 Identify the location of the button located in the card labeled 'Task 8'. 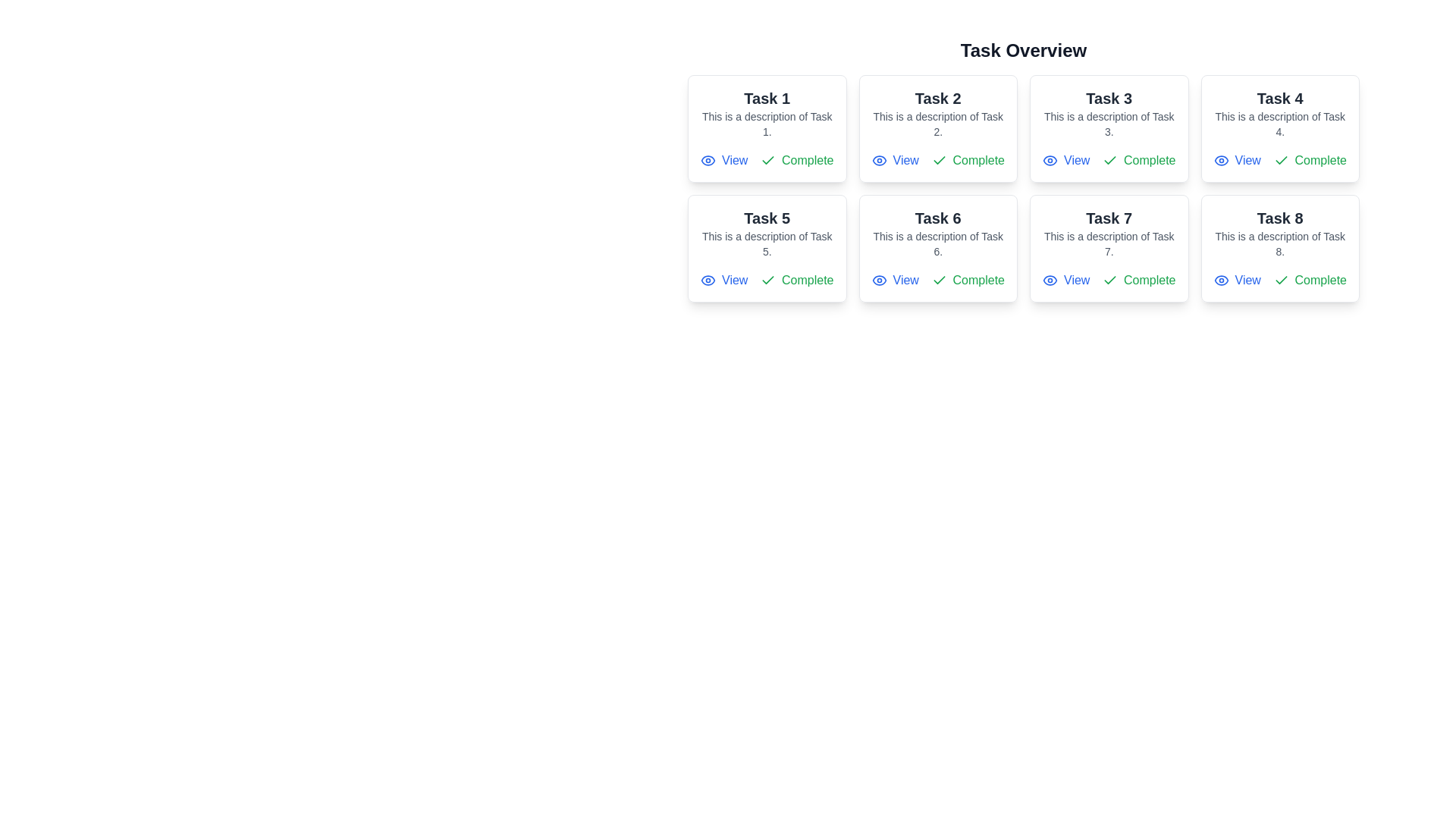
(1237, 281).